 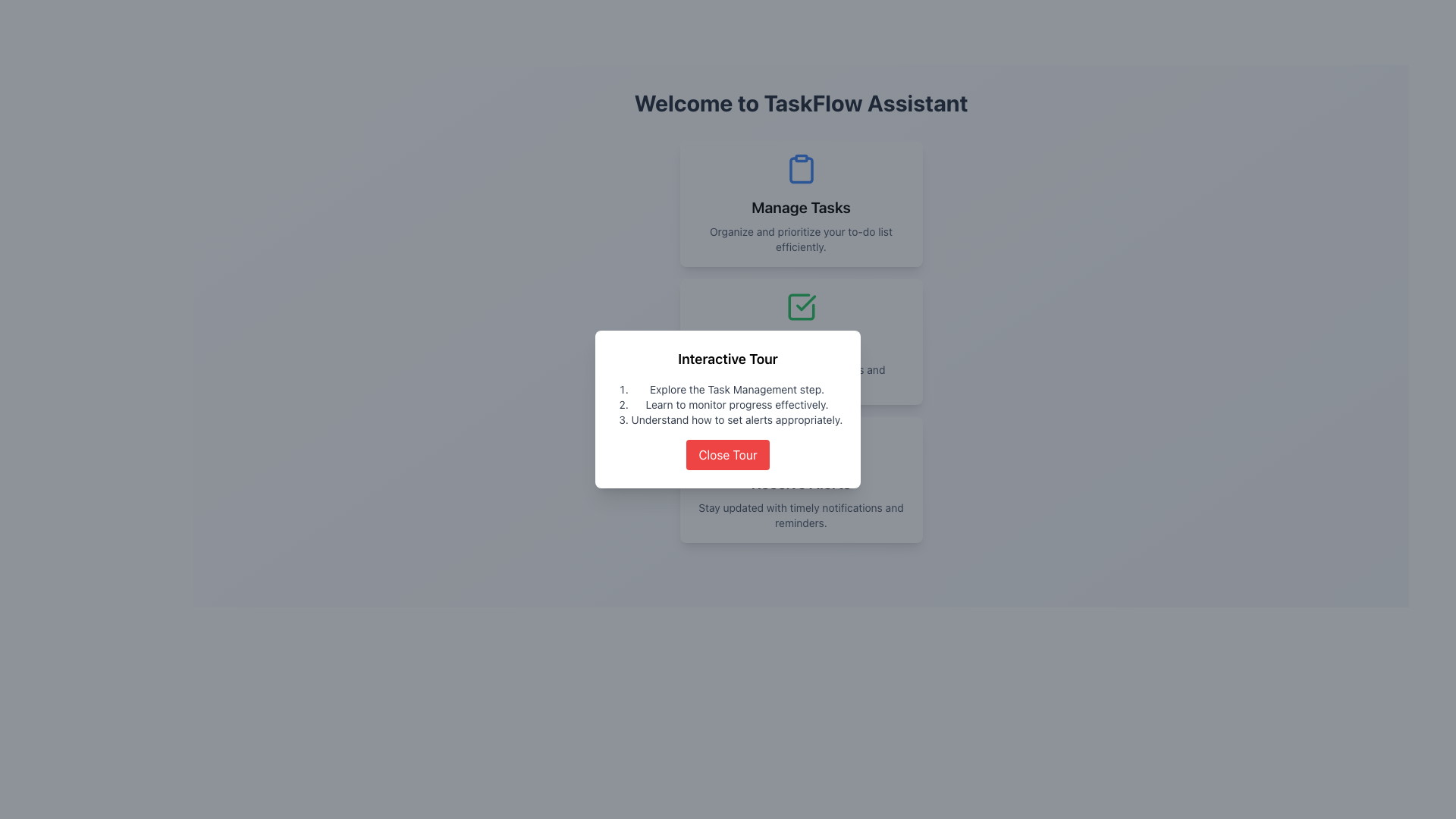 What do you see at coordinates (736, 388) in the screenshot?
I see `the informational text element located at the first line of the numbered list in the modal box, which provides instructions for exploring the task management step` at bounding box center [736, 388].